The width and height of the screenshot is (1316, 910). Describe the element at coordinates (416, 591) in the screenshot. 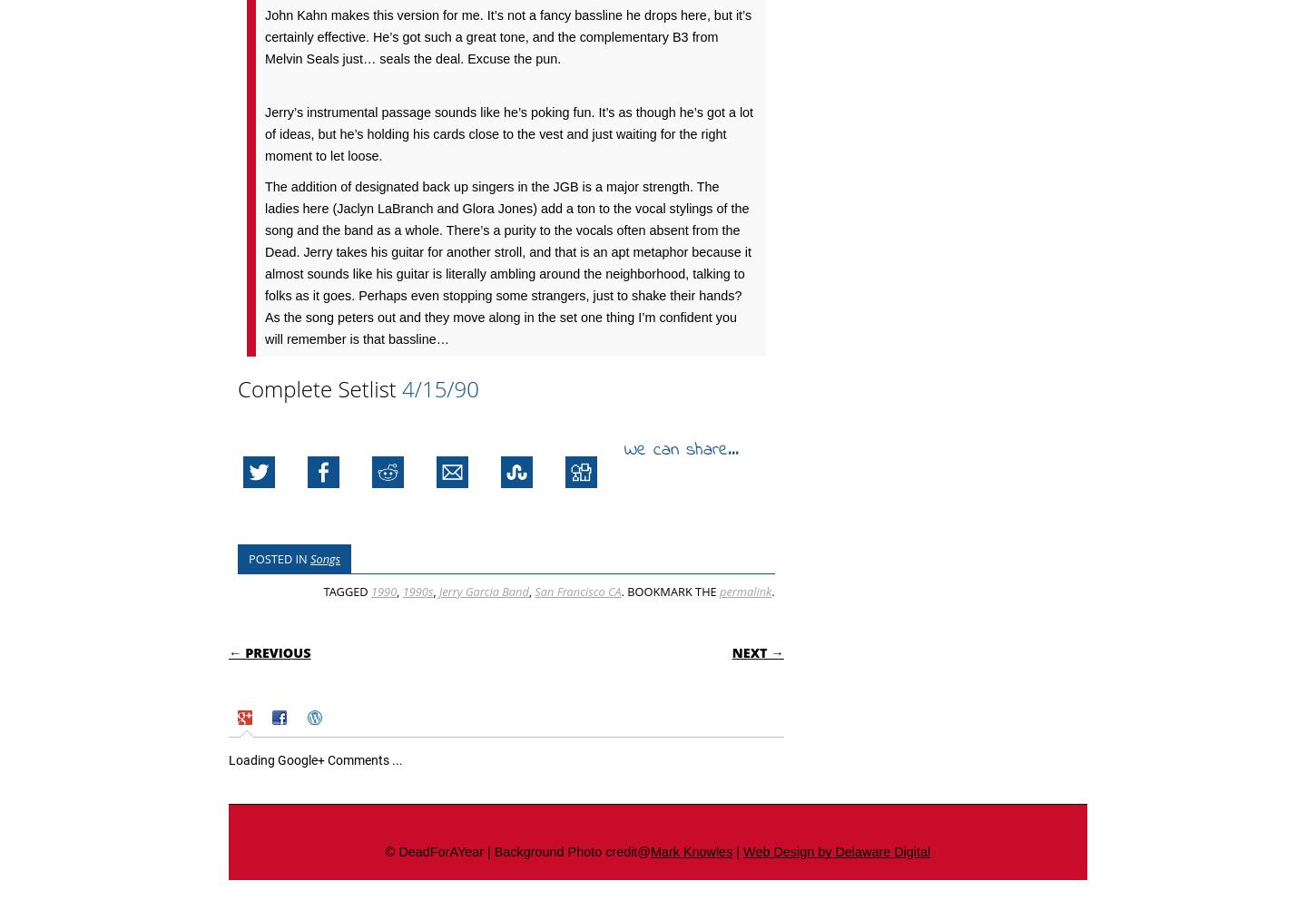

I see `'1990s'` at that location.